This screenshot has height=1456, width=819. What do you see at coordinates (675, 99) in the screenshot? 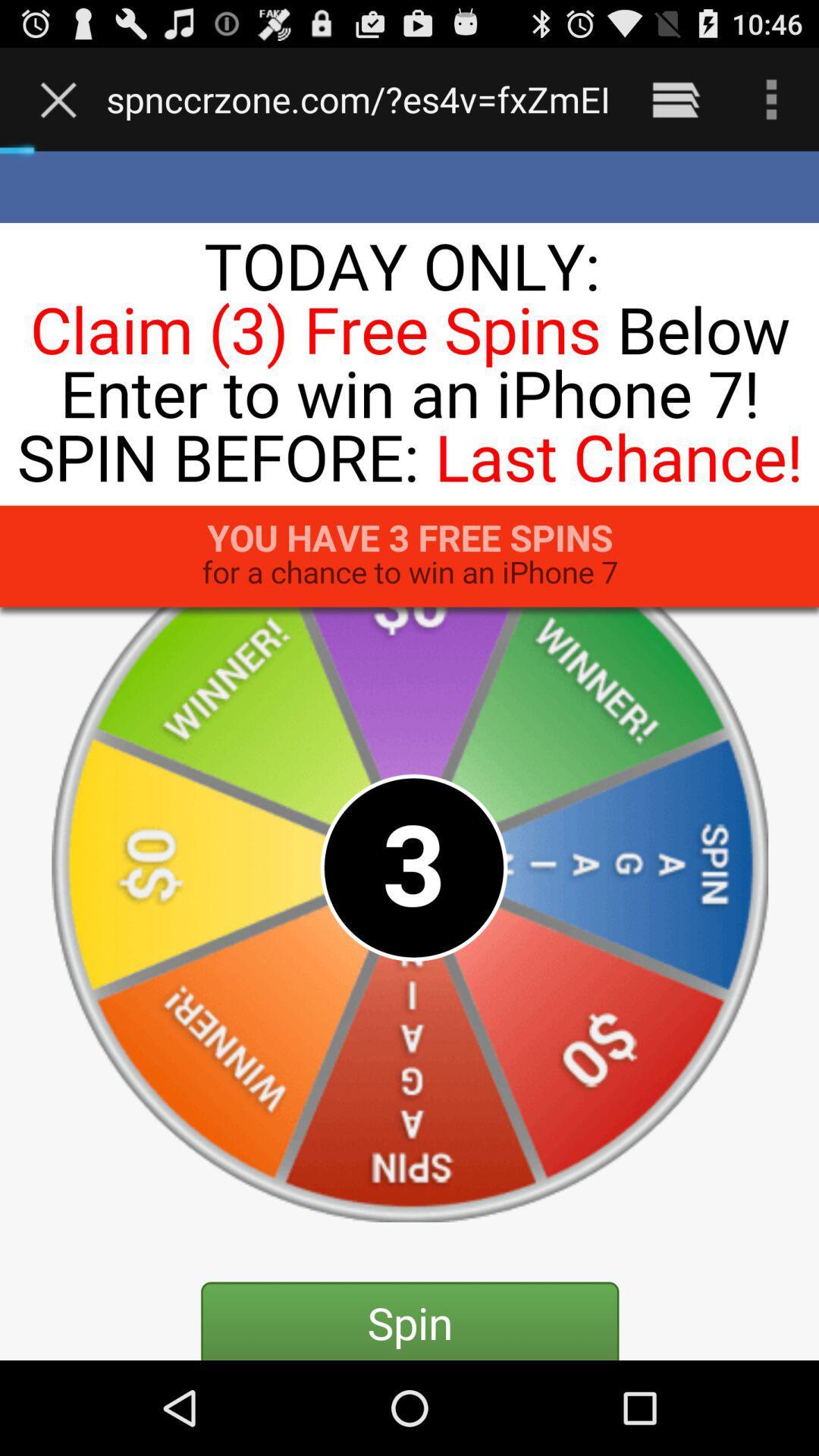
I see `item next to www electronicproductzone com item` at bounding box center [675, 99].